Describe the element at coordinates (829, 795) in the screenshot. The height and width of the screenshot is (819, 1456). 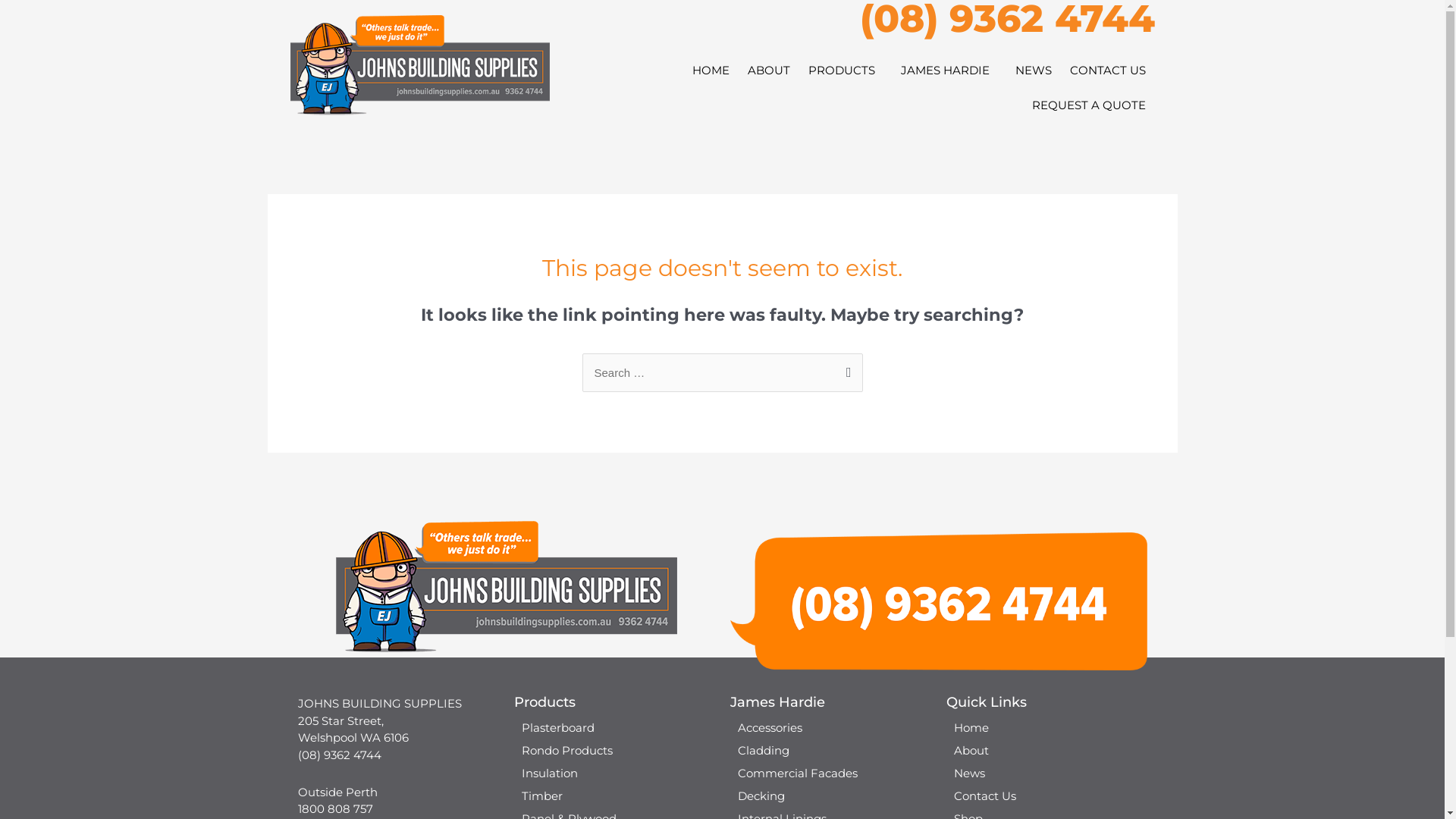
I see `'Decking'` at that location.